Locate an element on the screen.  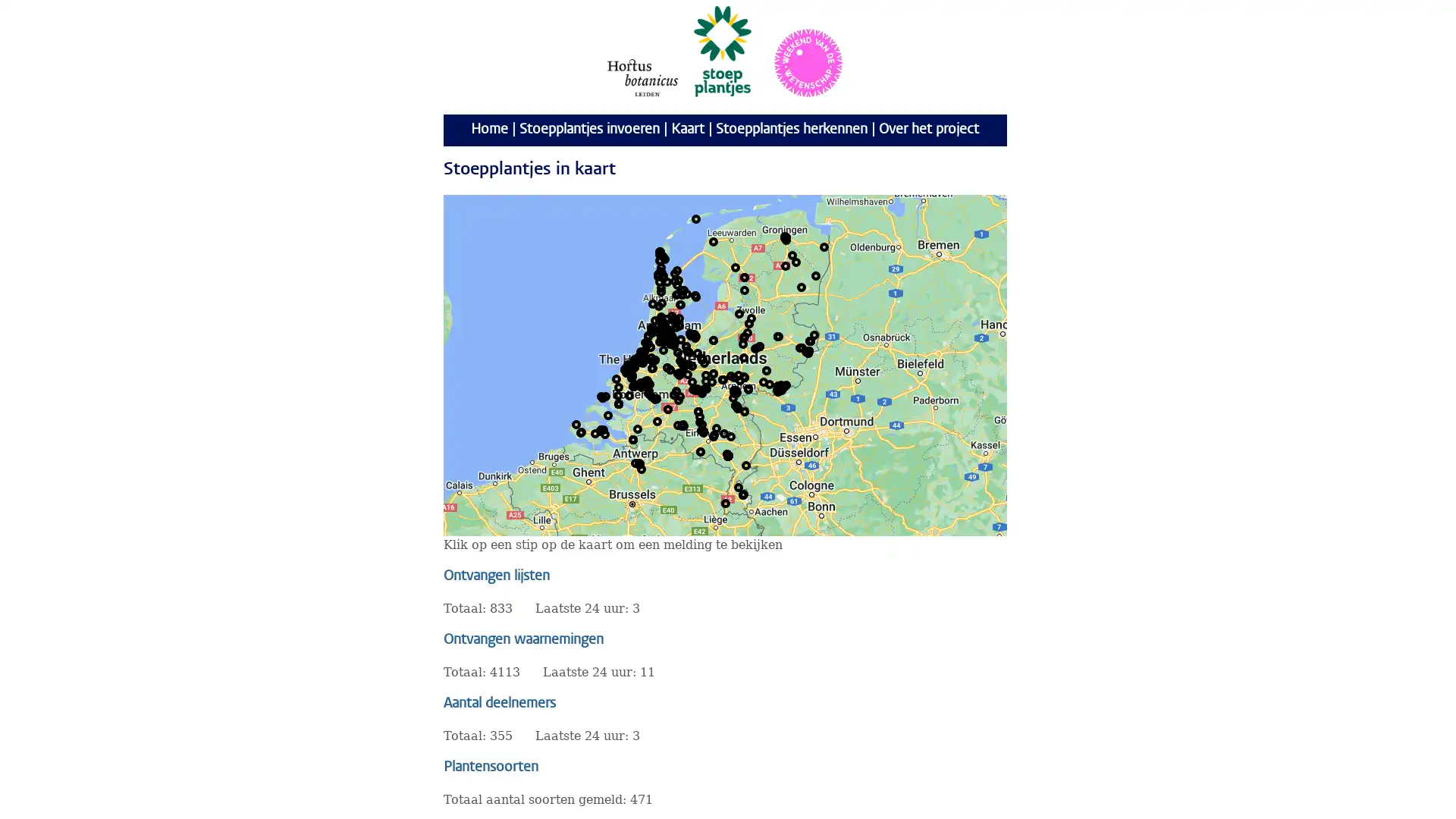
Telling van Edith op 30 mei 2022 is located at coordinates (712, 435).